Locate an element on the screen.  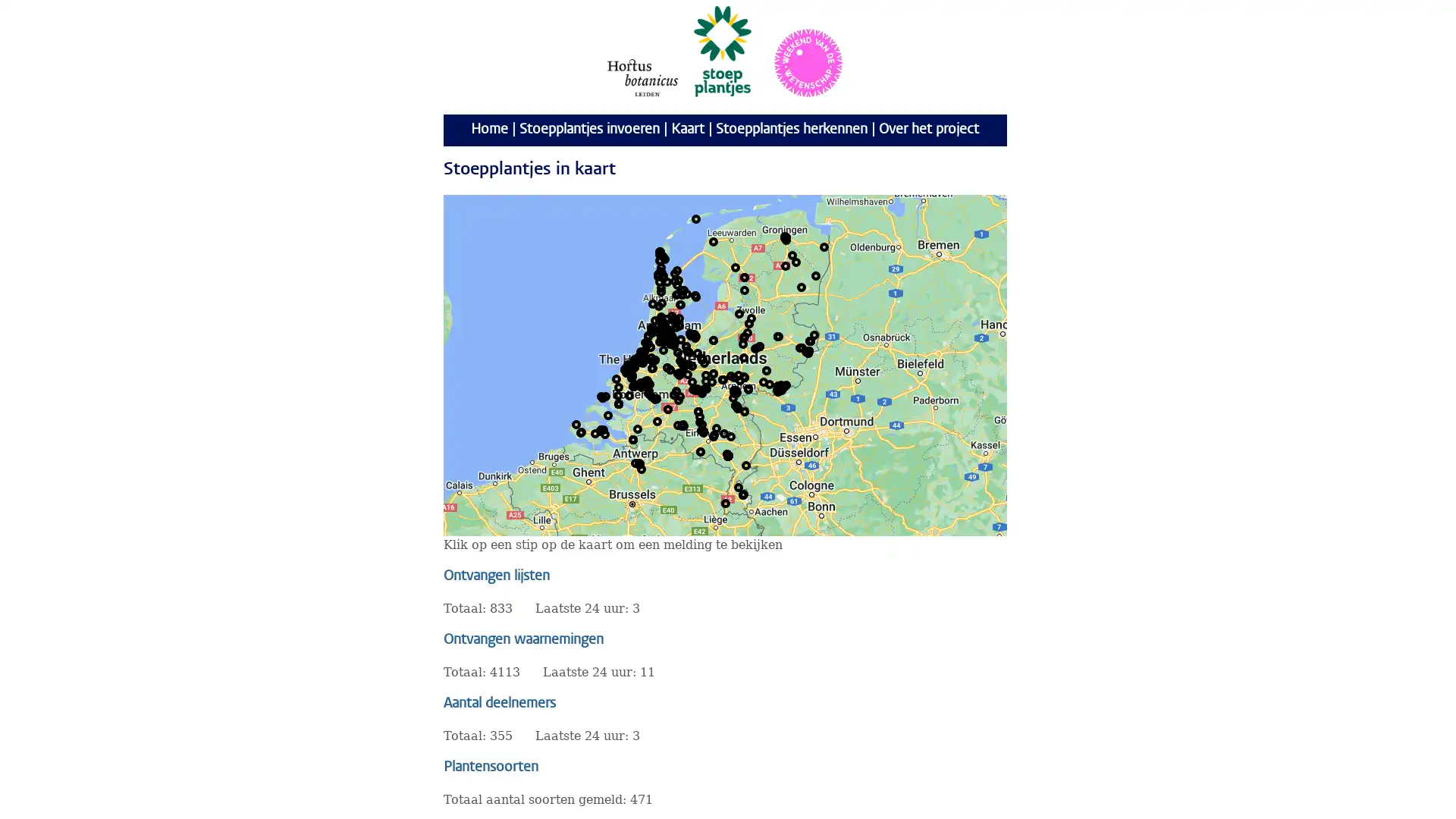
Telling van Edith op 30 mei 2022 is located at coordinates (712, 435).